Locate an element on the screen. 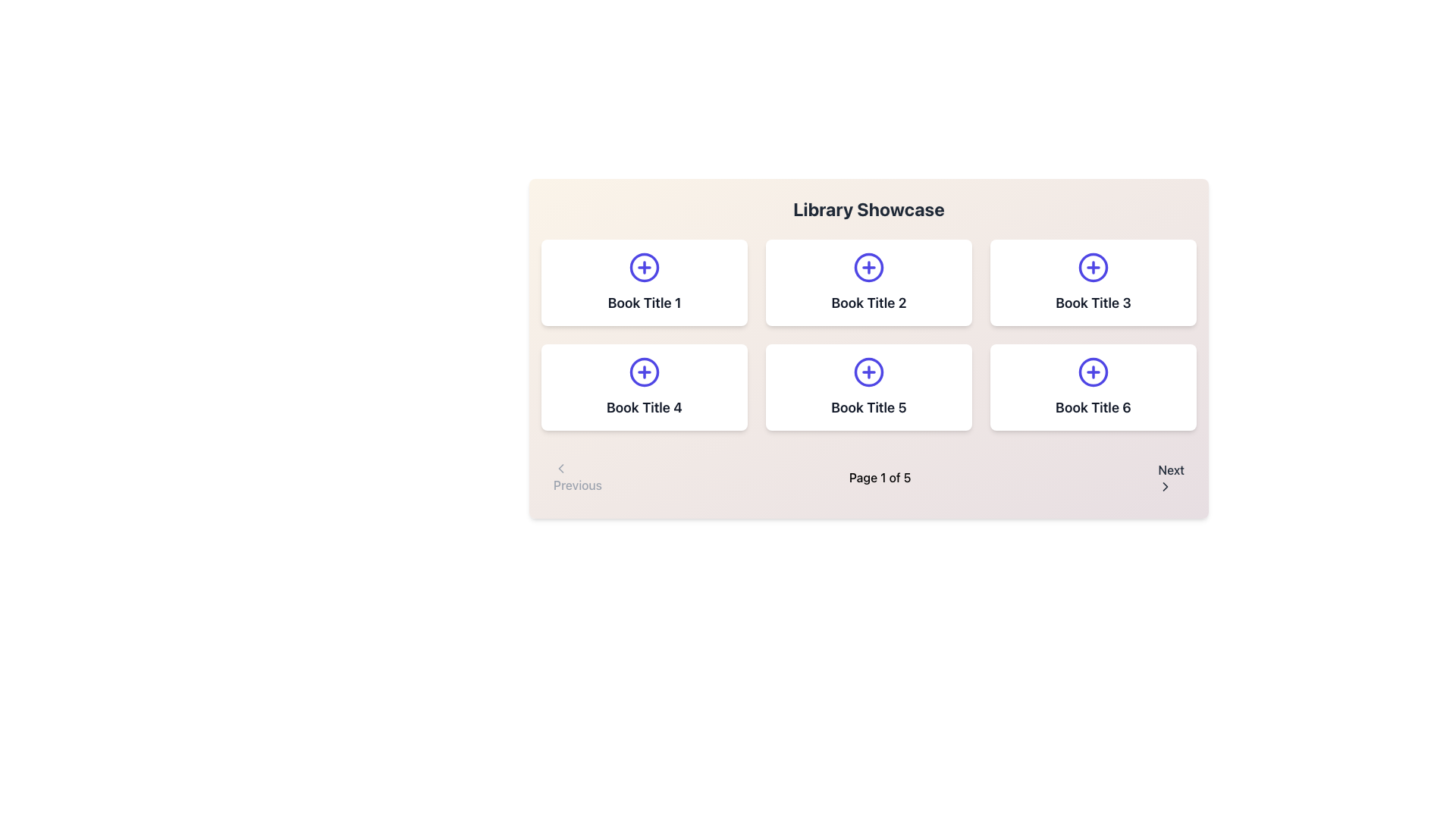  the Interactive Icon in the second card of the top row, which is associated with 'Book Title 2' is located at coordinates (869, 267).